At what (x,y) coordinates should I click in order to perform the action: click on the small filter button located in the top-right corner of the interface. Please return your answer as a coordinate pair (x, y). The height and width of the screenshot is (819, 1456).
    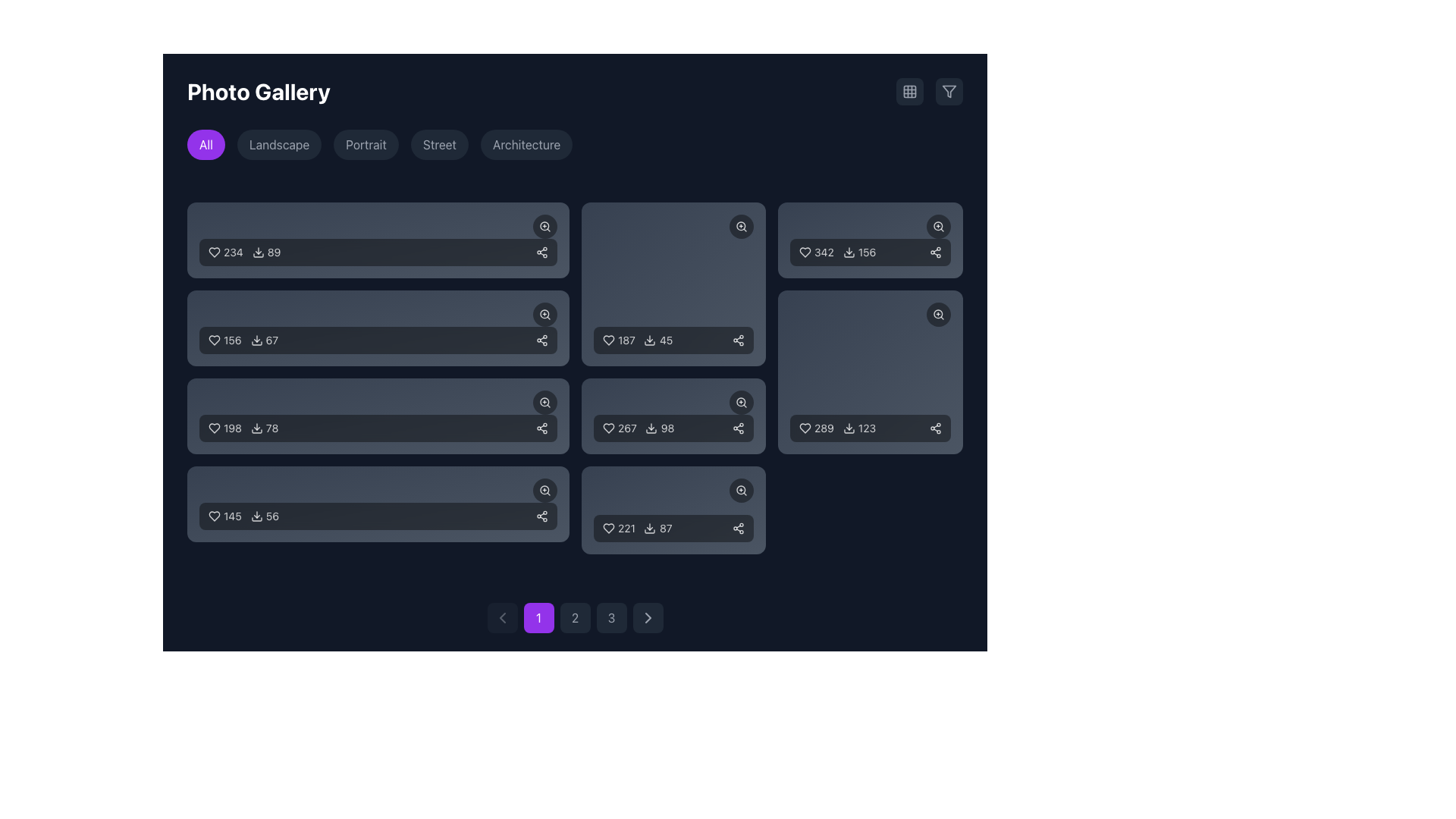
    Looking at the image, I should click on (949, 91).